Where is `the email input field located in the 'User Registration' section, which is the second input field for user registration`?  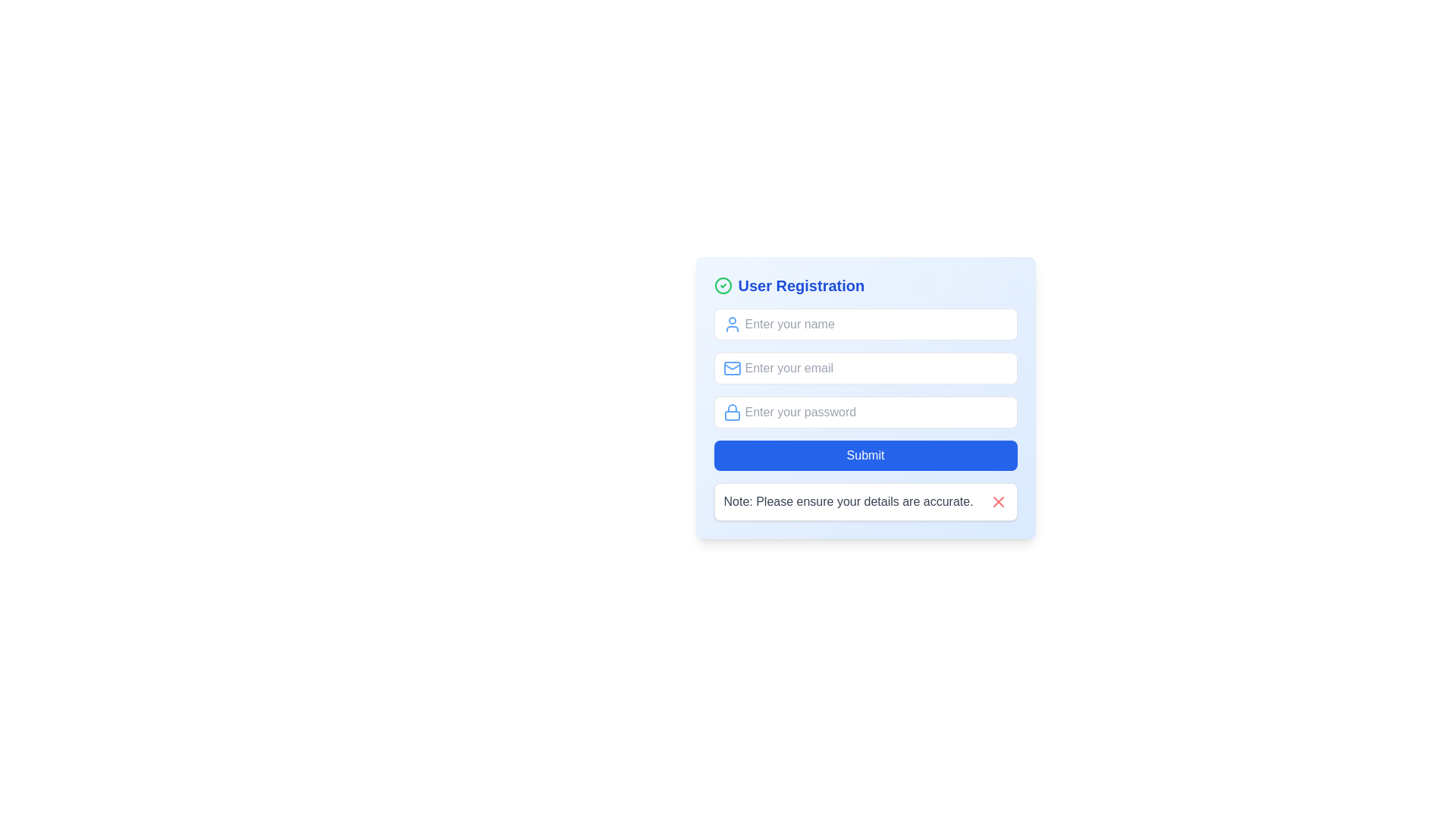
the email input field located in the 'User Registration' section, which is the second input field for user registration is located at coordinates (865, 388).